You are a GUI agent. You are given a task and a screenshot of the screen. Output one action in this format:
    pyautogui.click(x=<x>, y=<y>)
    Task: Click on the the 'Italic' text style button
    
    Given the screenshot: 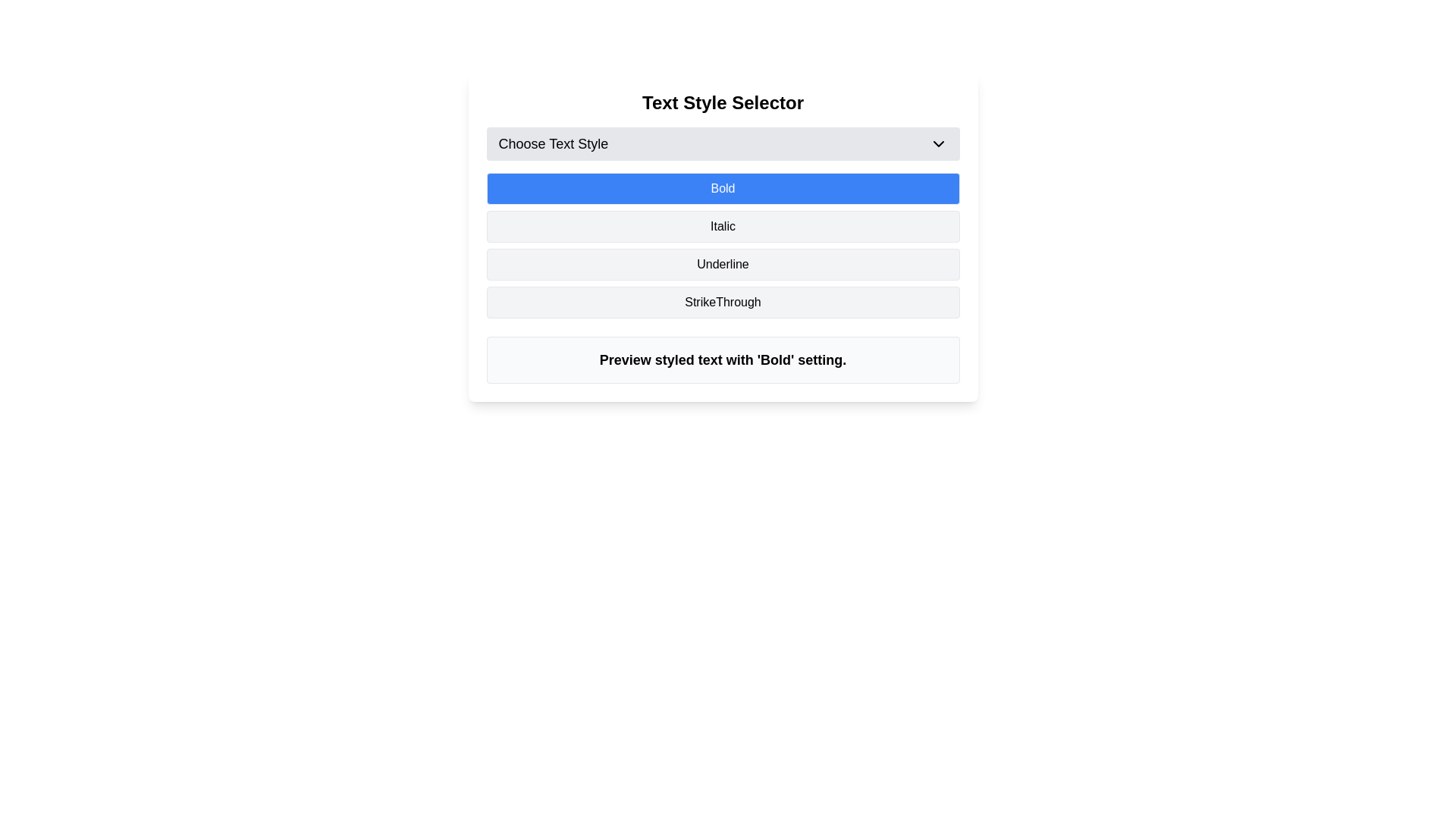 What is the action you would take?
    pyautogui.click(x=722, y=237)
    